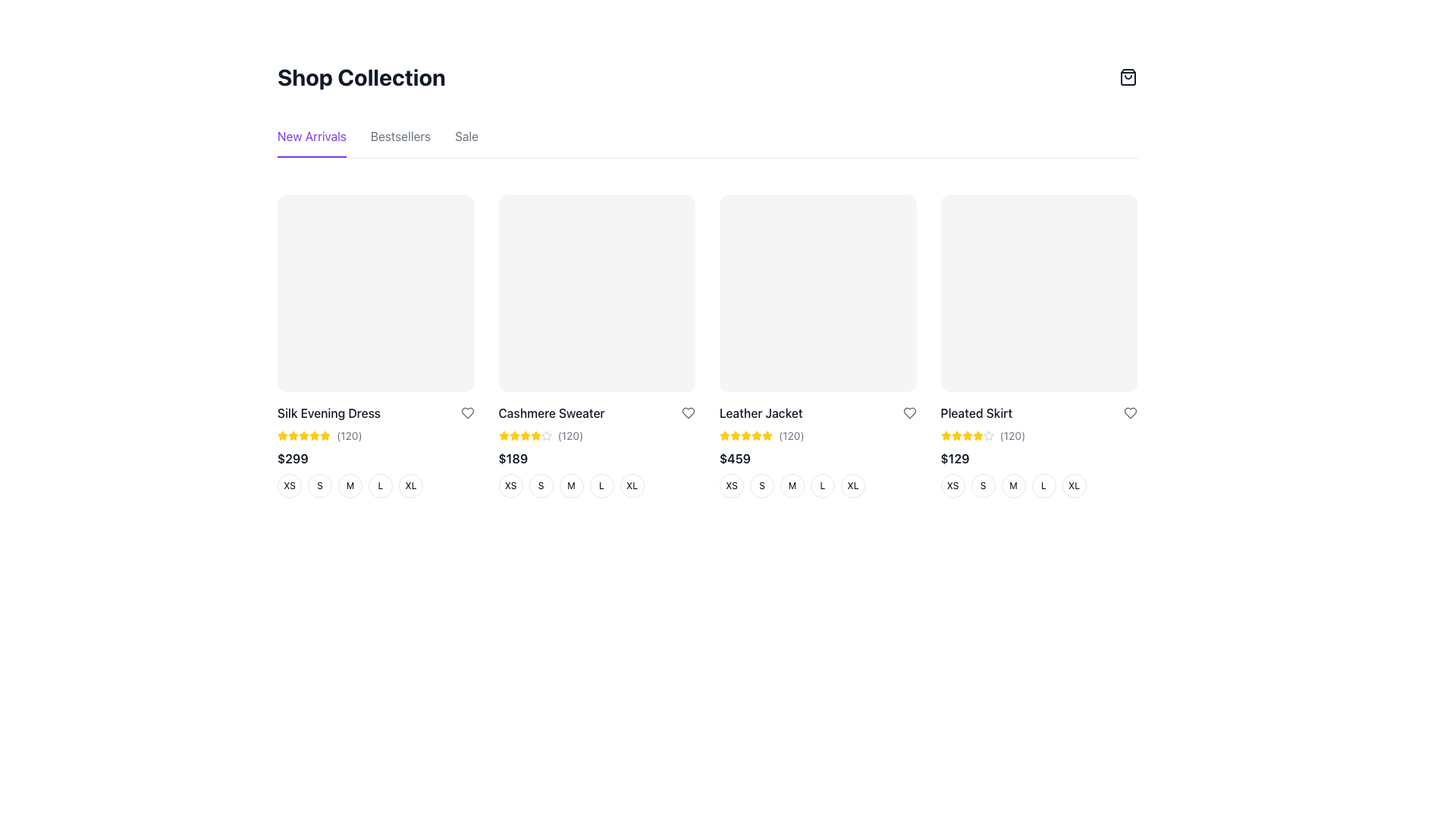 The image size is (1456, 819). I want to click on the third star icon representing a three-star rating for the 'Silk Evening Dress' product in the product listing, so click(293, 435).